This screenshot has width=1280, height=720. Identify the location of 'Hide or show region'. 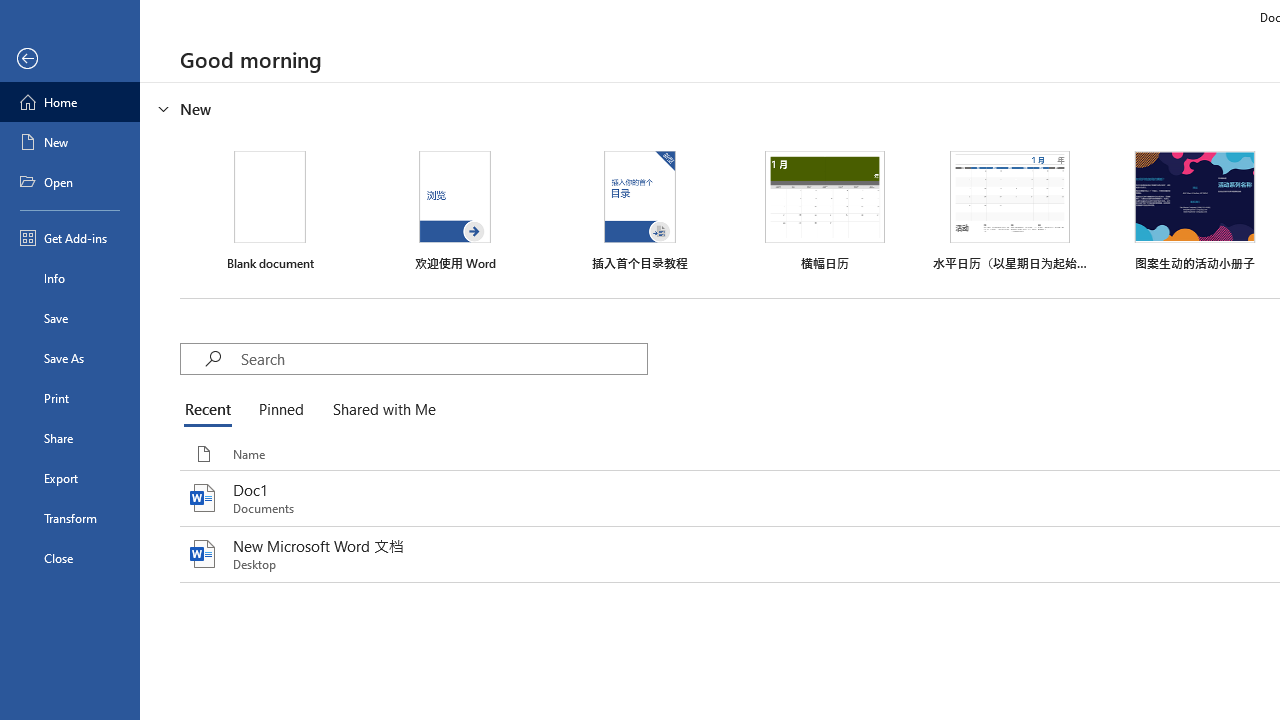
(164, 109).